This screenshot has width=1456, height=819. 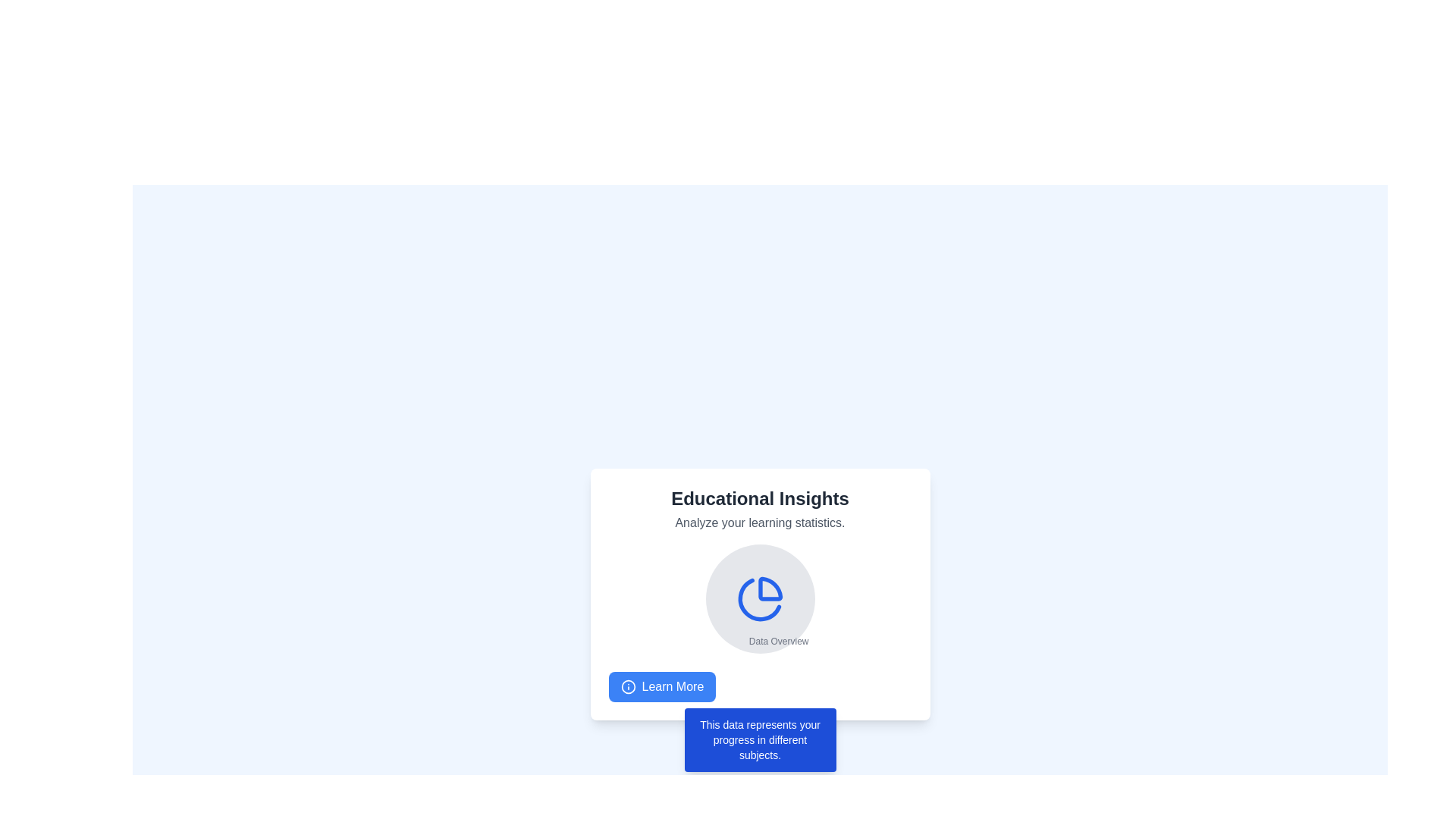 I want to click on the design of the second segment of the pie chart with a blue stroke, located in the center of the card titled 'Educational Insights', so click(x=759, y=599).